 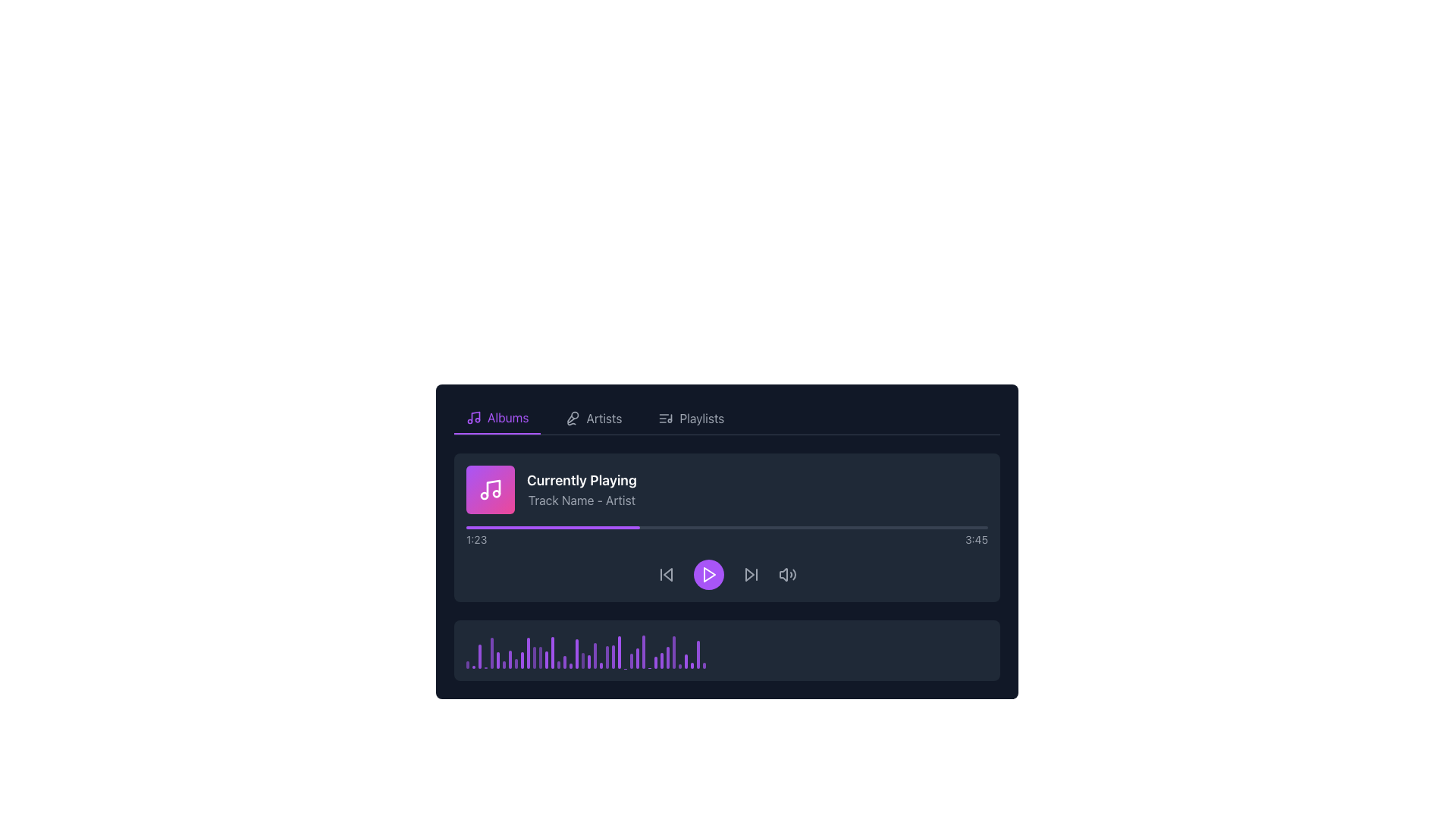 What do you see at coordinates (545, 526) in the screenshot?
I see `the playback position` at bounding box center [545, 526].